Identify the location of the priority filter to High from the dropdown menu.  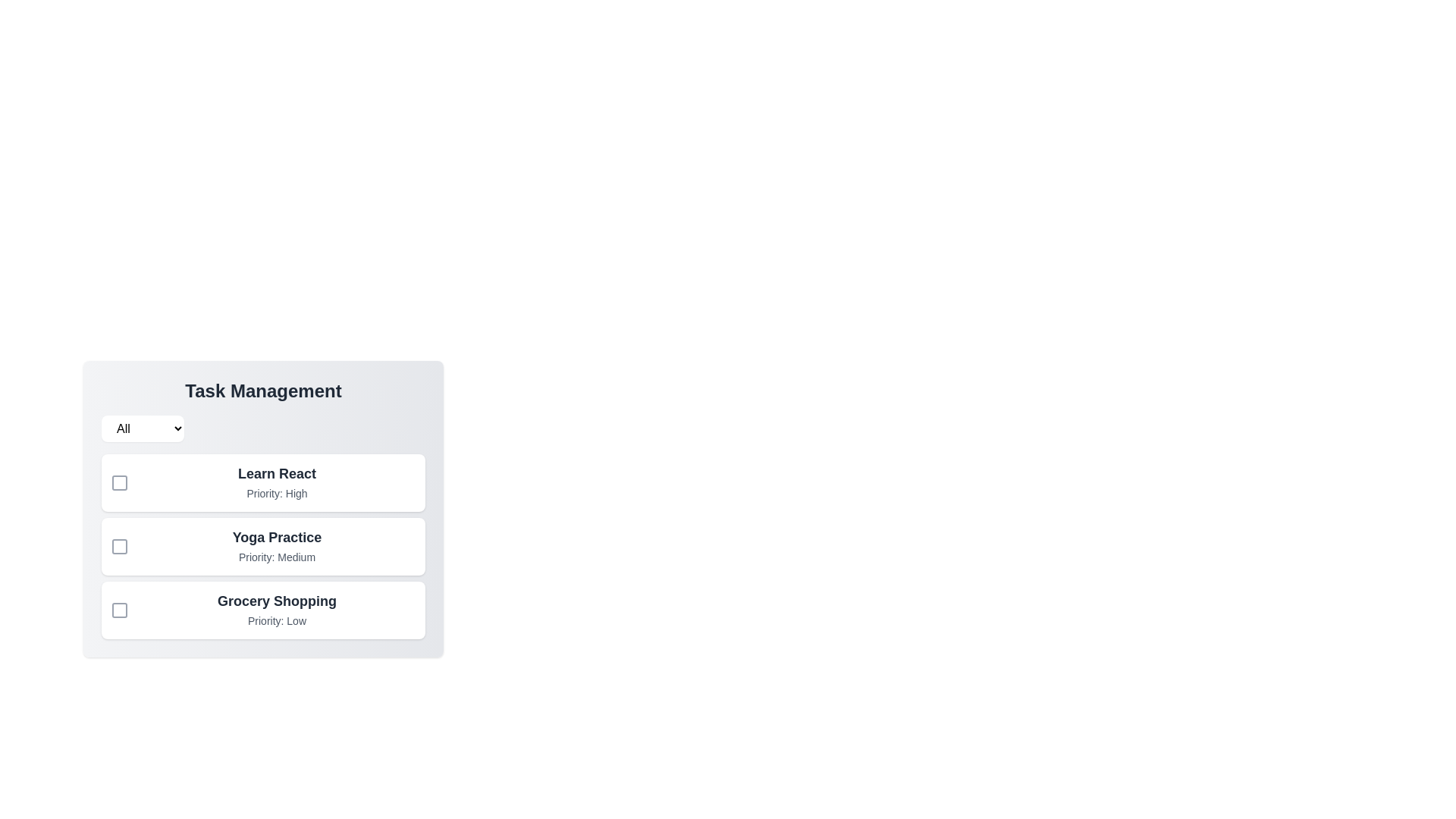
(143, 428).